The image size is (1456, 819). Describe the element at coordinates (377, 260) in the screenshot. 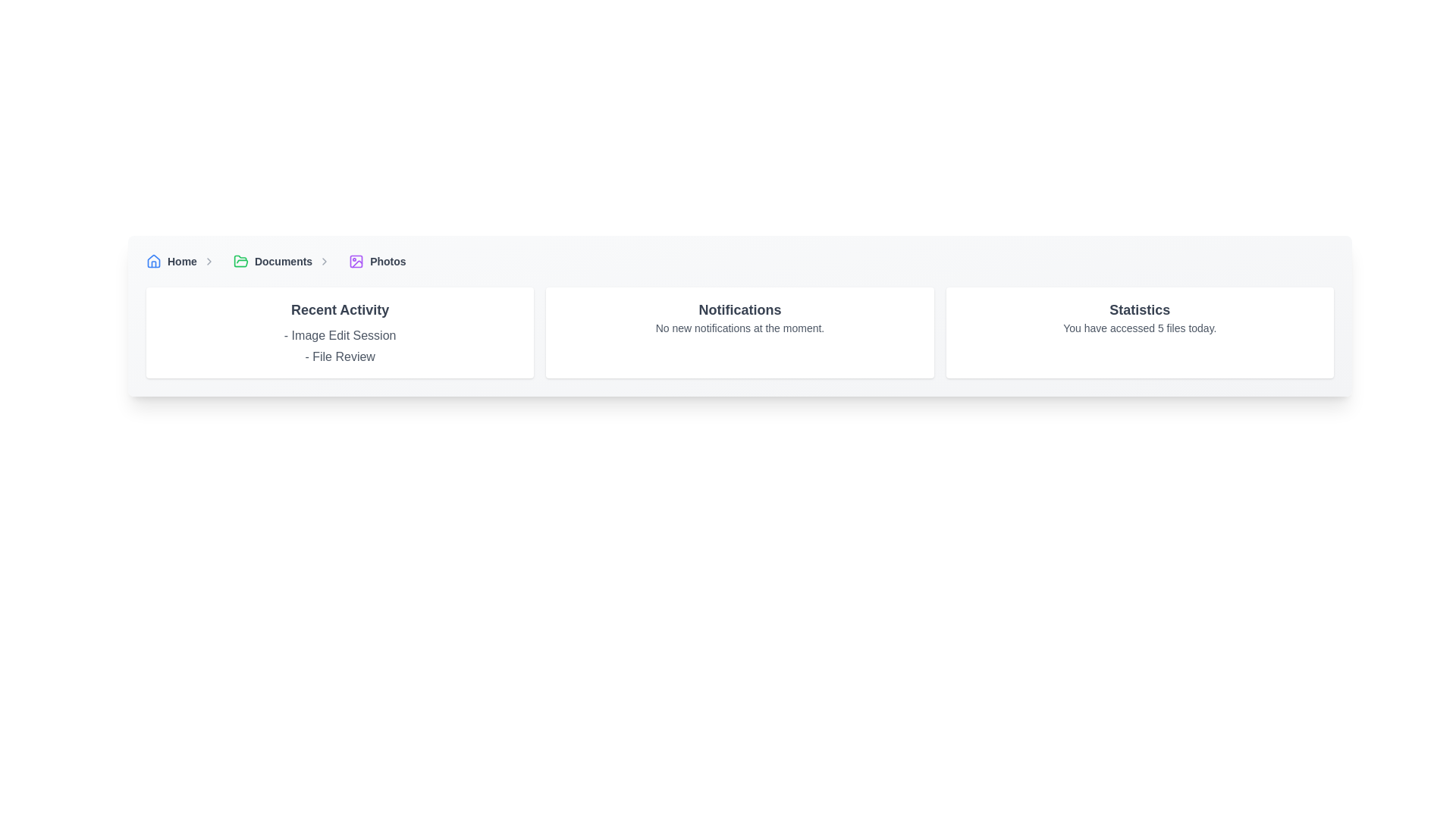

I see `the breadcrumb link labeled 'Photos', which includes a purple image icon followed by the bold text 'Photos'` at that location.